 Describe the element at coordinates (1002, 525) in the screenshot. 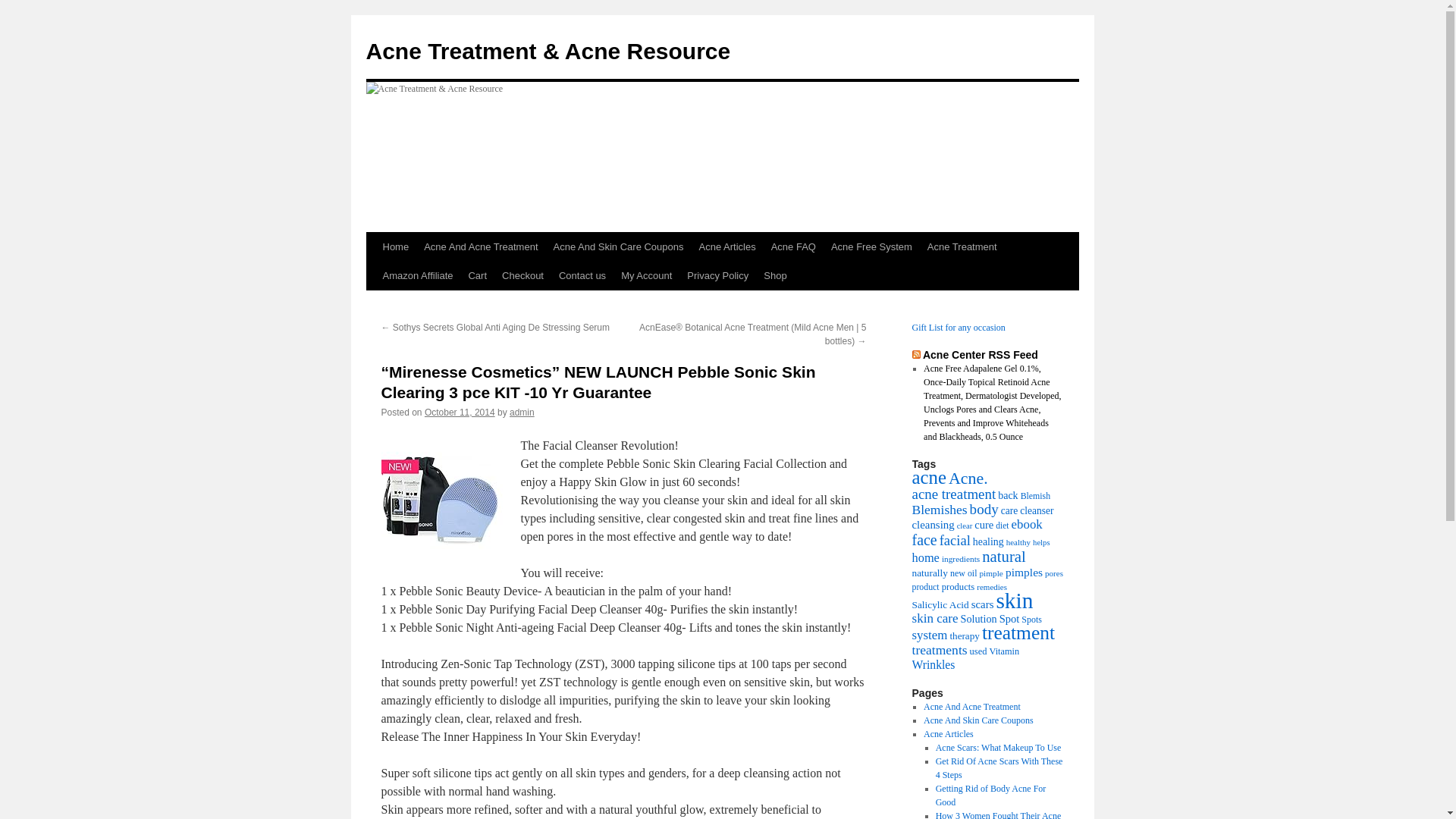

I see `'diet'` at that location.